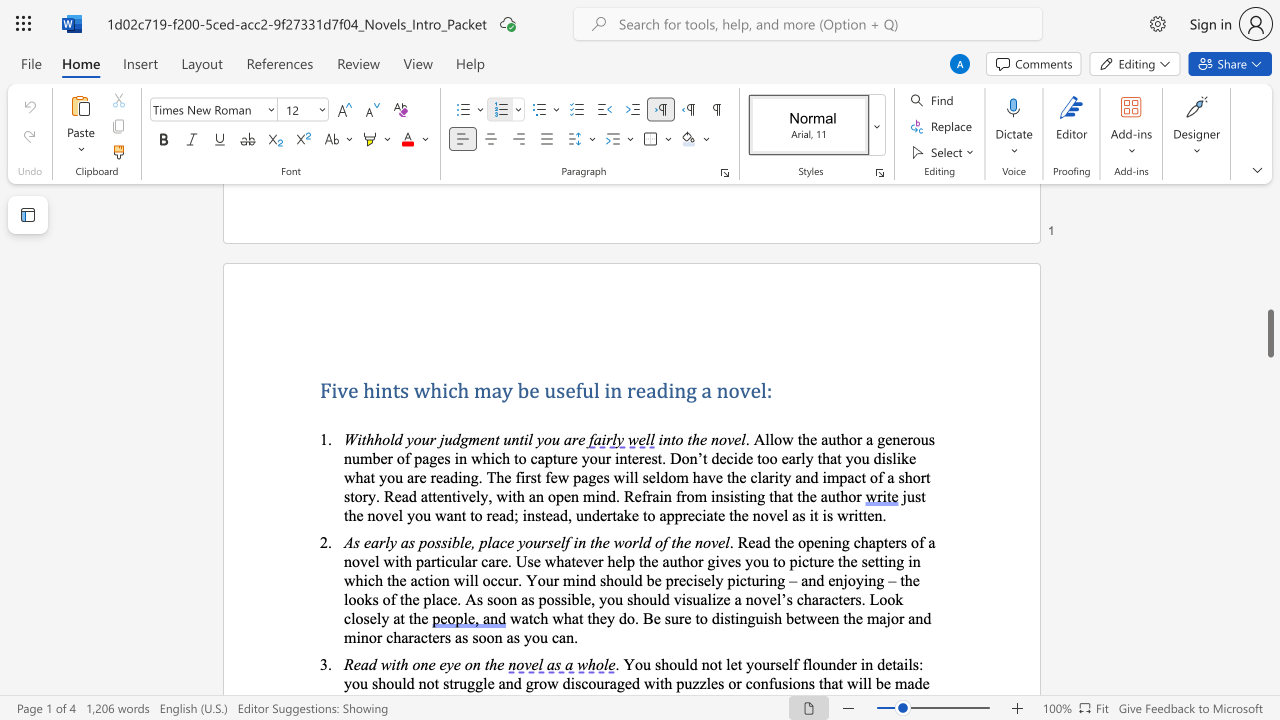 The height and width of the screenshot is (720, 1280). I want to click on the 6th character "t" in the text, so click(641, 561).